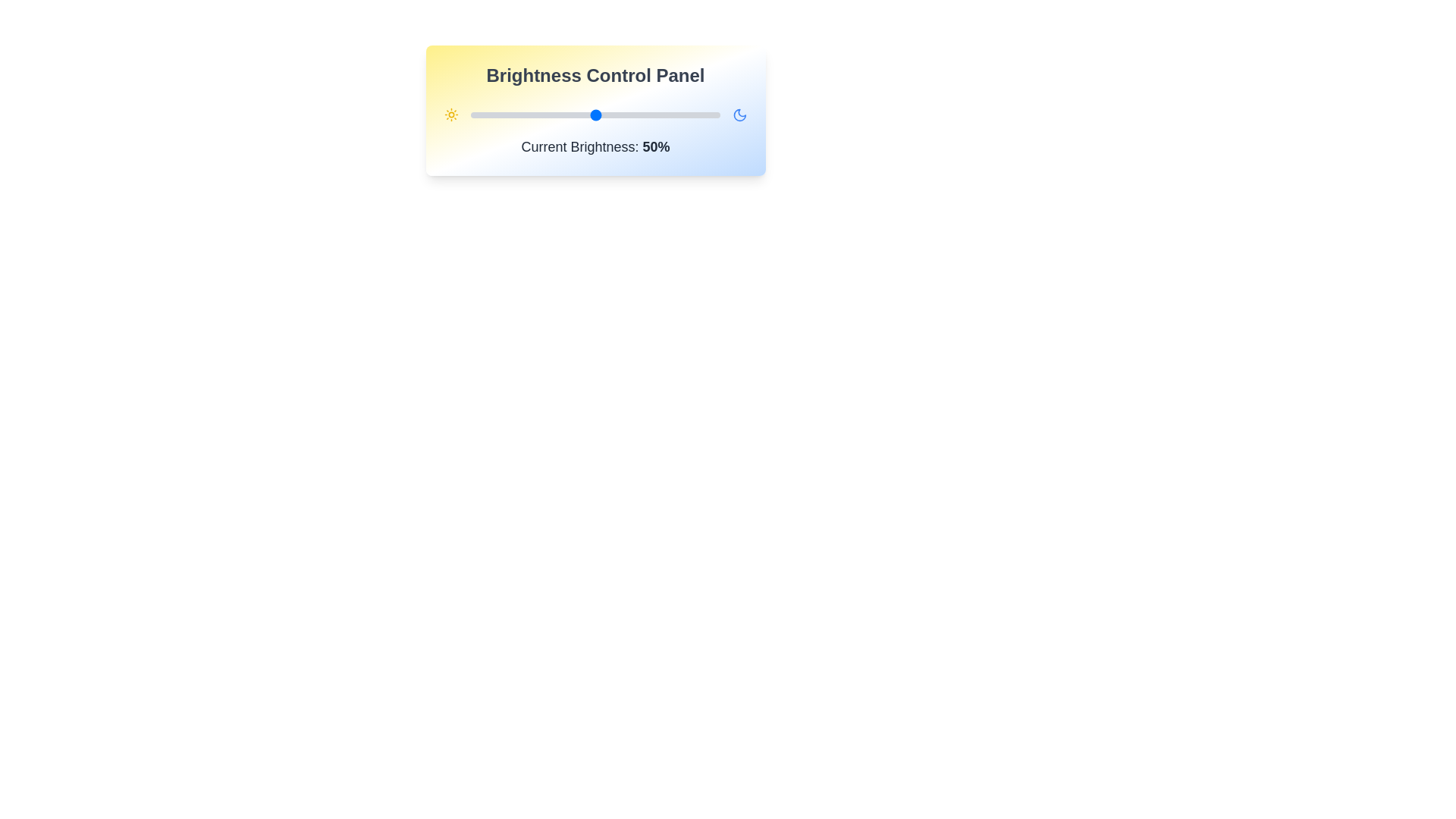 This screenshot has width=1456, height=819. What do you see at coordinates (562, 114) in the screenshot?
I see `the brightness` at bounding box center [562, 114].